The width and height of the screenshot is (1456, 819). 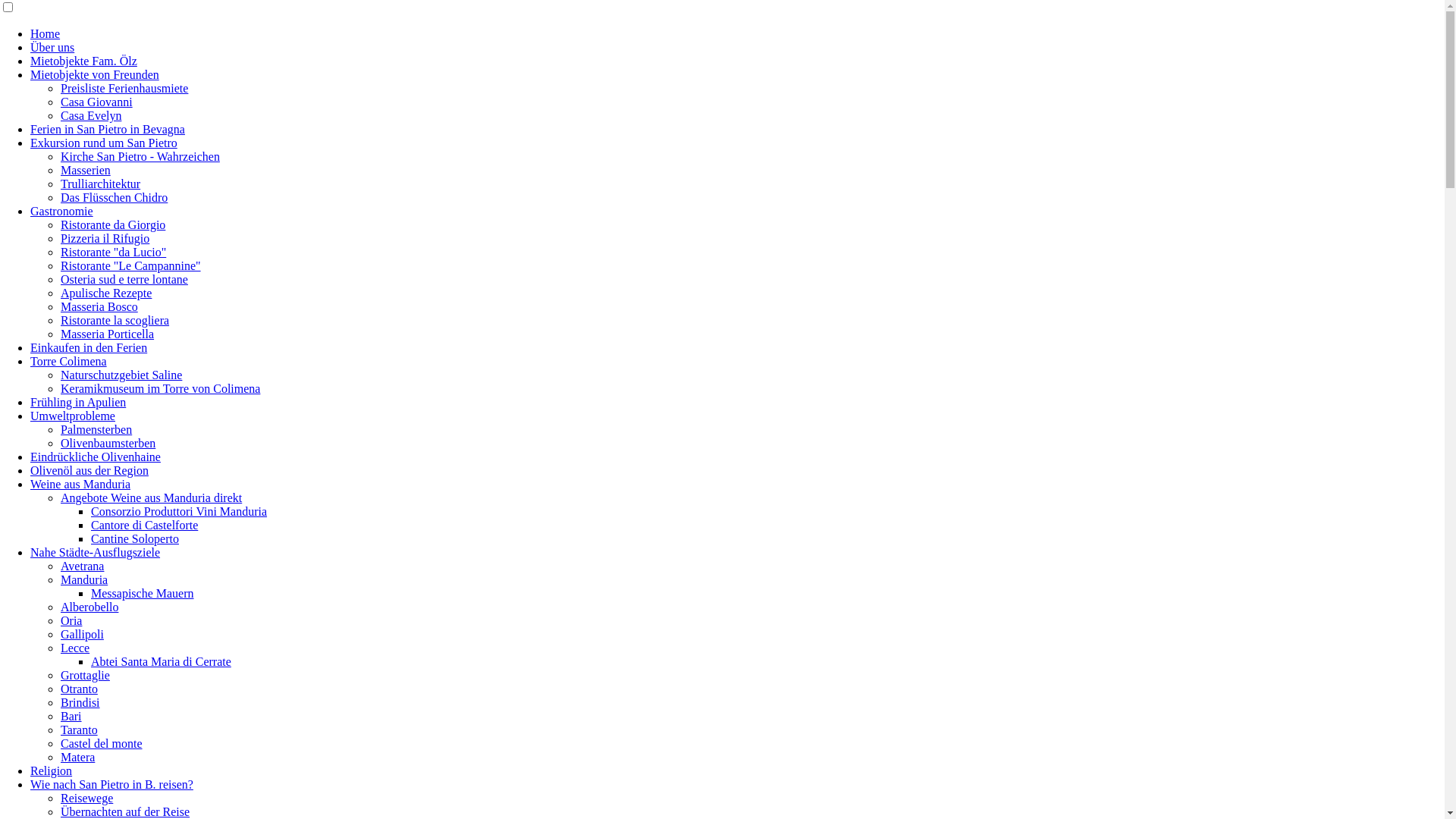 I want to click on 'Einkaufen in den Ferien', so click(x=87, y=347).